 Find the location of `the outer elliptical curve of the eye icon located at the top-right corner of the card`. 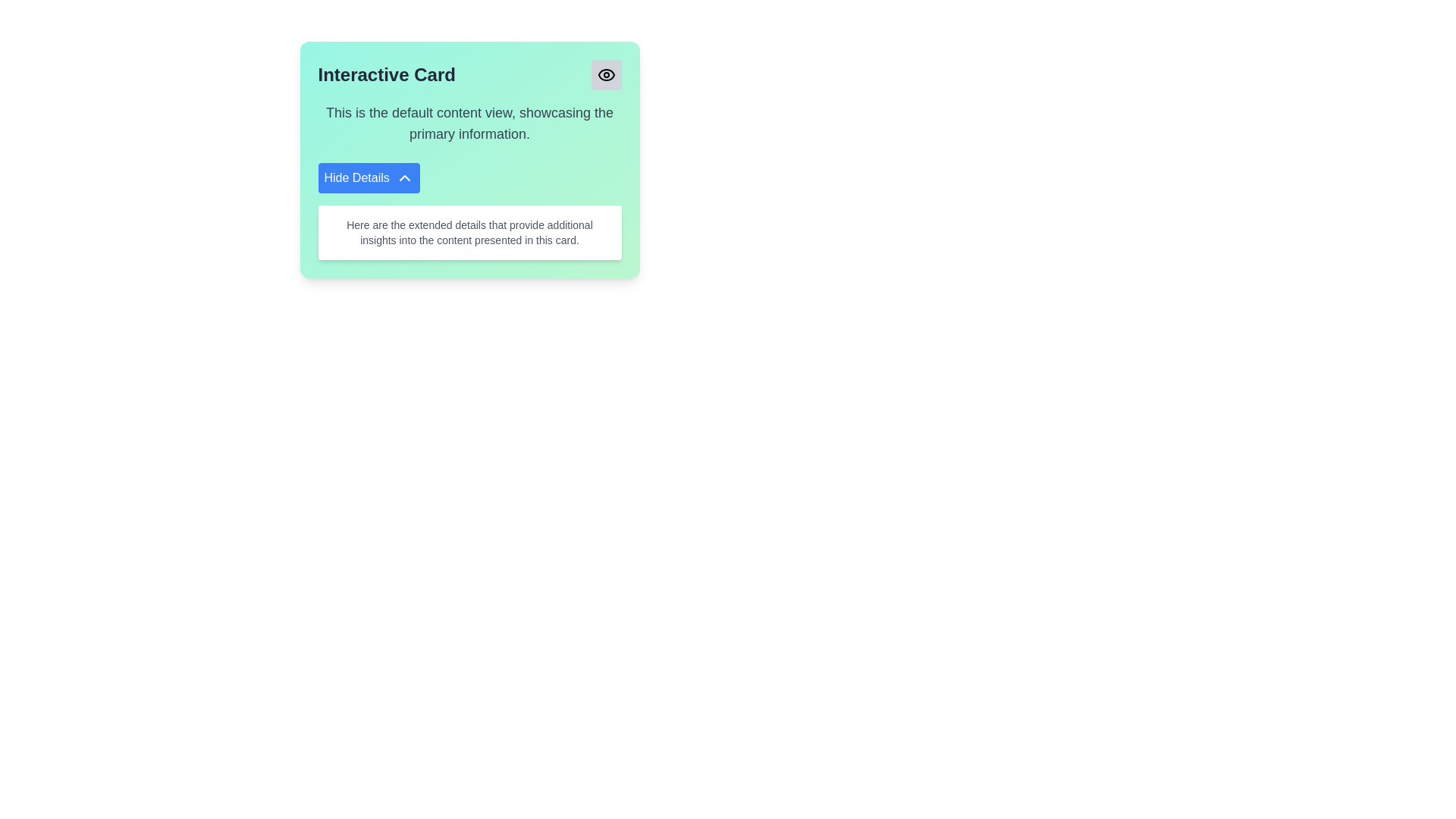

the outer elliptical curve of the eye icon located at the top-right corner of the card is located at coordinates (605, 75).